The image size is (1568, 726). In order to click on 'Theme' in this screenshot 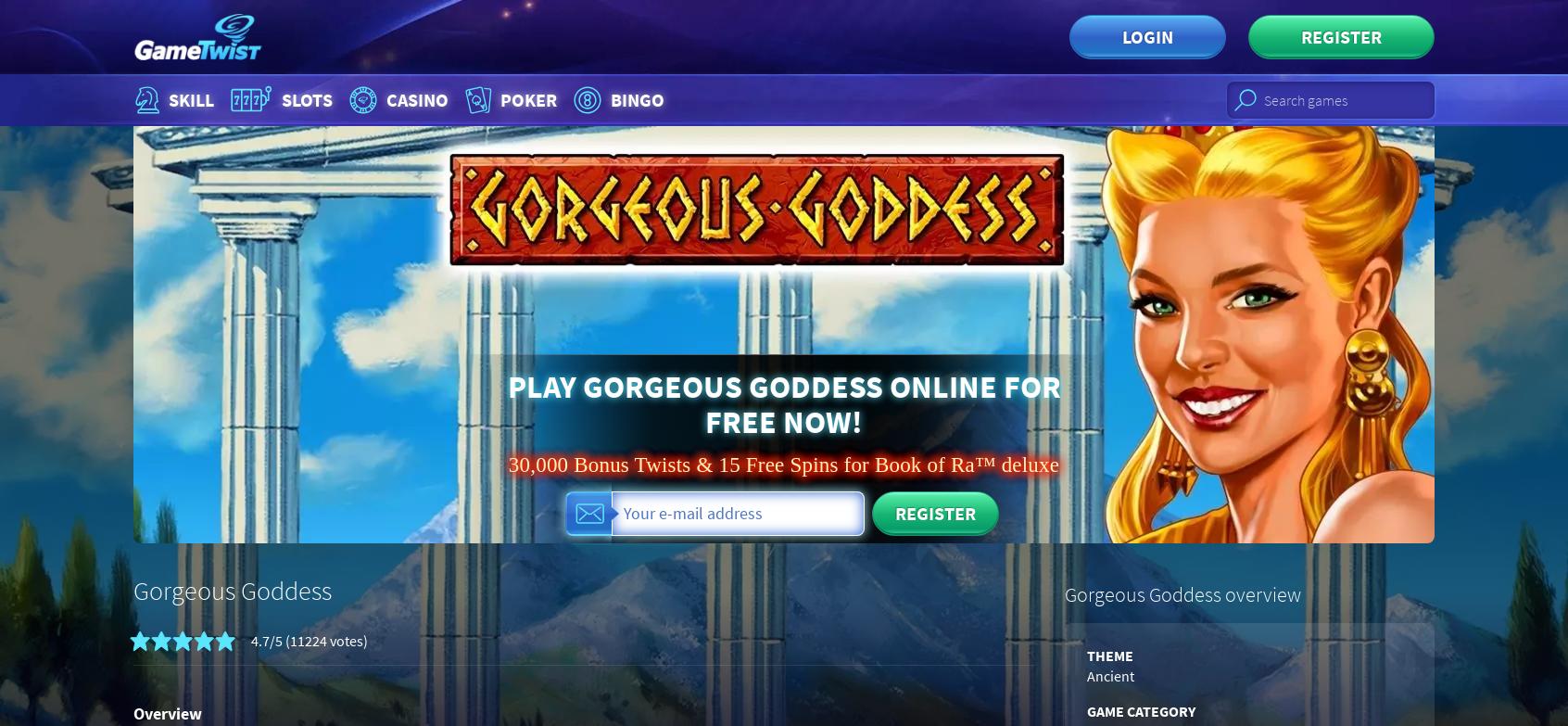, I will do `click(1108, 654)`.